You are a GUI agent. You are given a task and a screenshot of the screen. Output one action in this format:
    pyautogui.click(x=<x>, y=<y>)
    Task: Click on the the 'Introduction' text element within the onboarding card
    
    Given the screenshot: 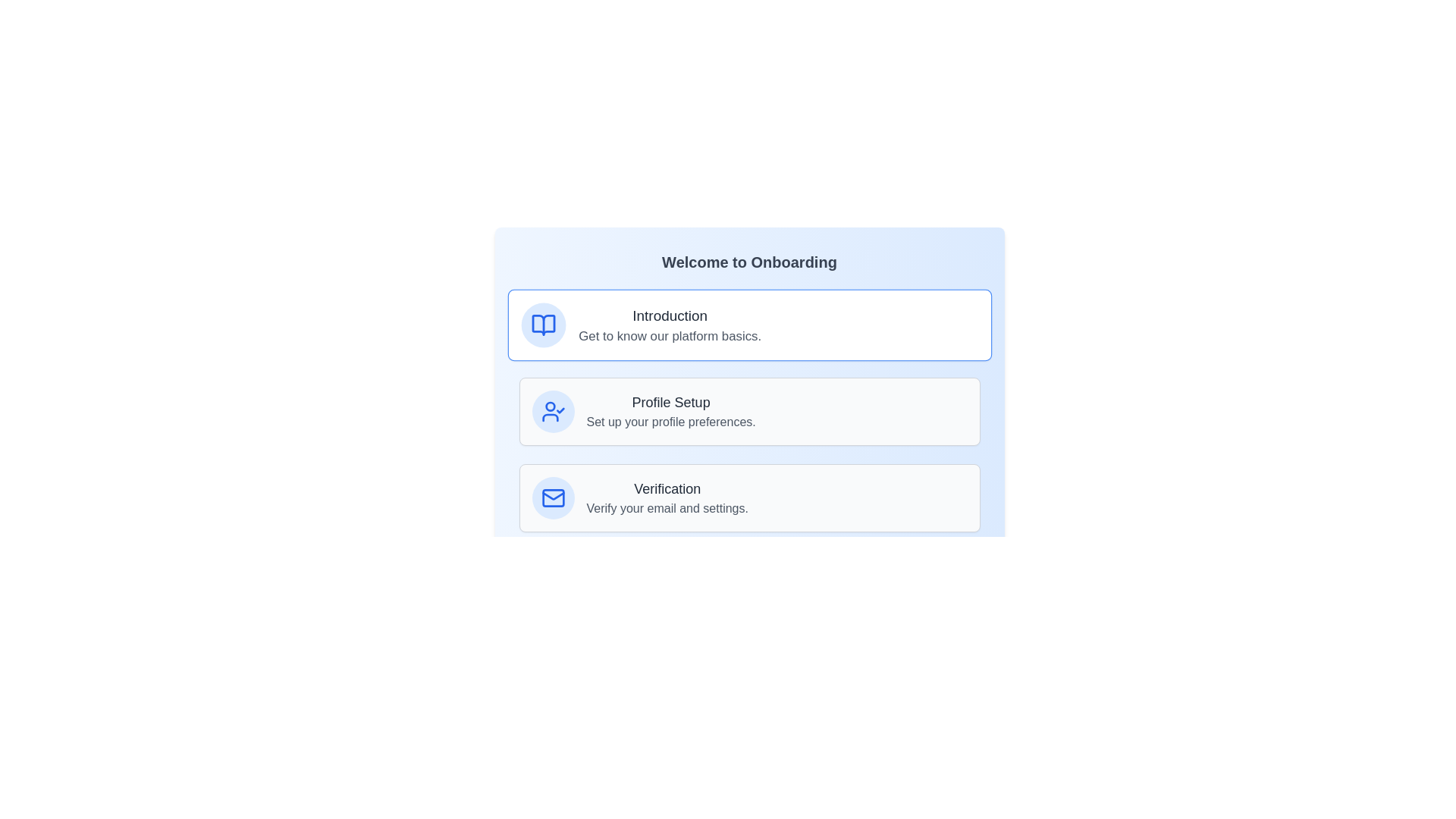 What is the action you would take?
    pyautogui.click(x=669, y=324)
    